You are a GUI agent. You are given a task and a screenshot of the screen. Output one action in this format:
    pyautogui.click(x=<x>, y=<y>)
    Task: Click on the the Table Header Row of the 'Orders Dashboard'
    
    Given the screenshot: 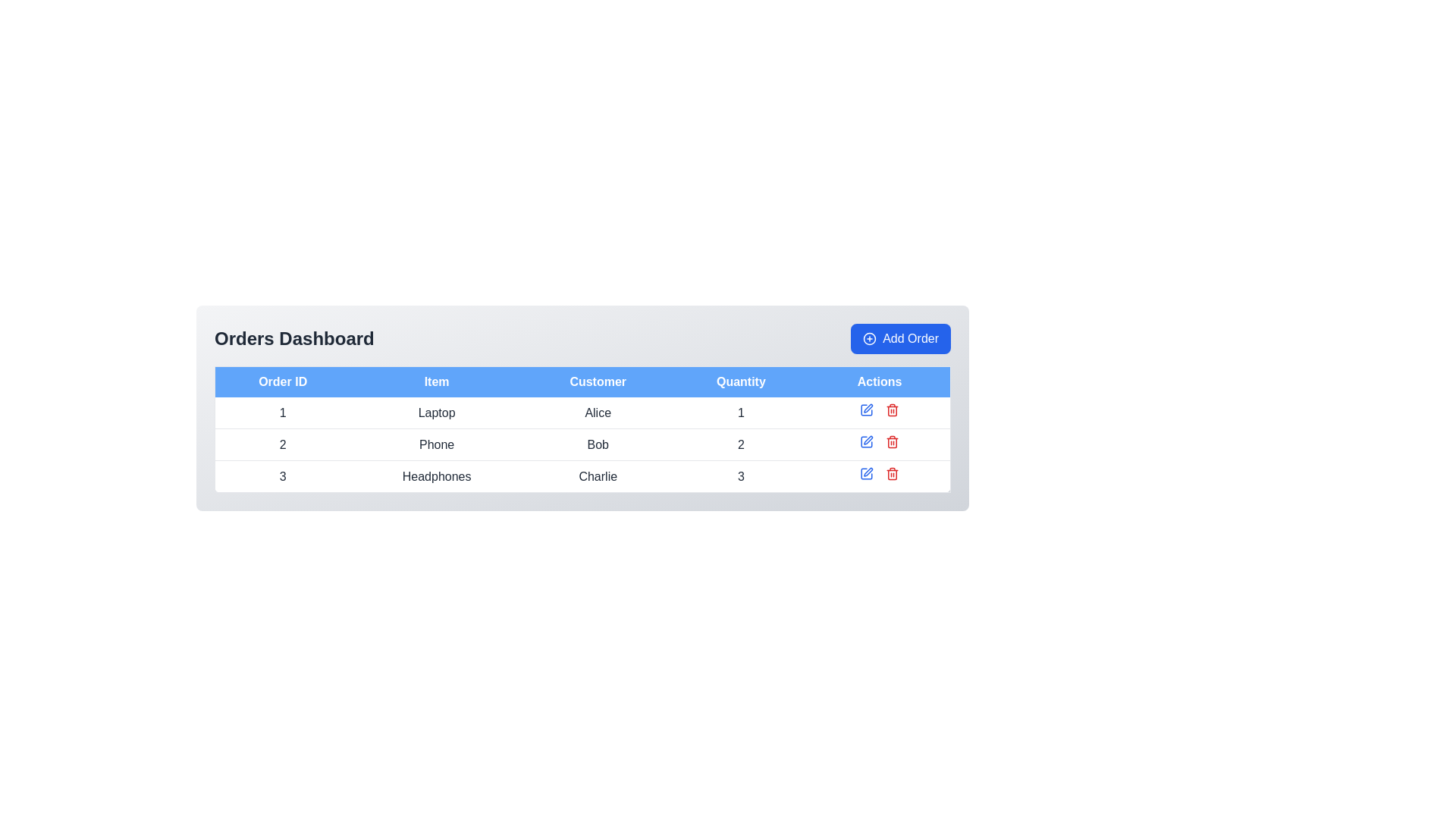 What is the action you would take?
    pyautogui.click(x=582, y=381)
    